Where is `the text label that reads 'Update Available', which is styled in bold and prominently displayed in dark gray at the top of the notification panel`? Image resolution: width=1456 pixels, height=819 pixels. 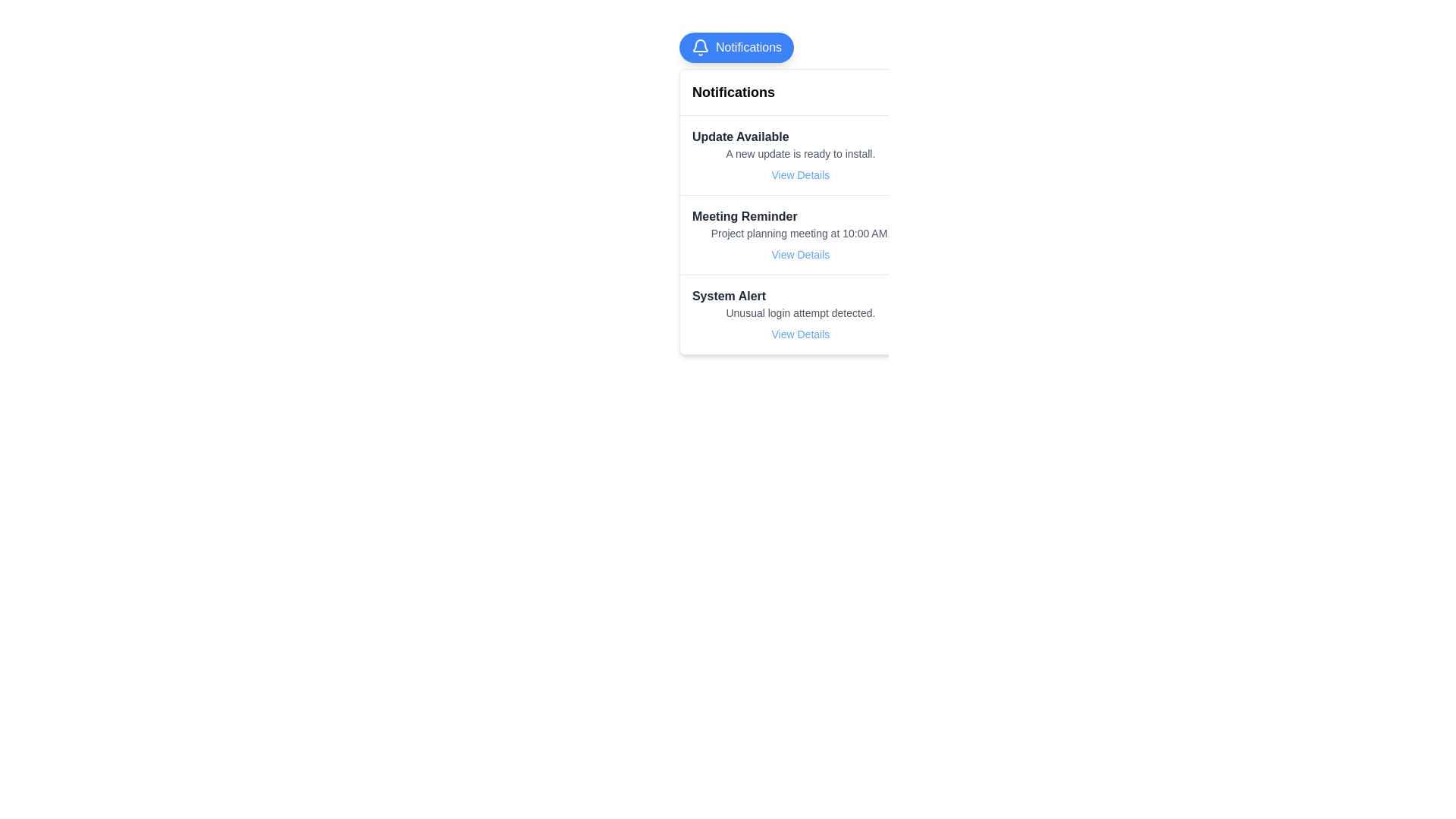
the text label that reads 'Update Available', which is styled in bold and prominently displayed in dark gray at the top of the notification panel is located at coordinates (740, 137).